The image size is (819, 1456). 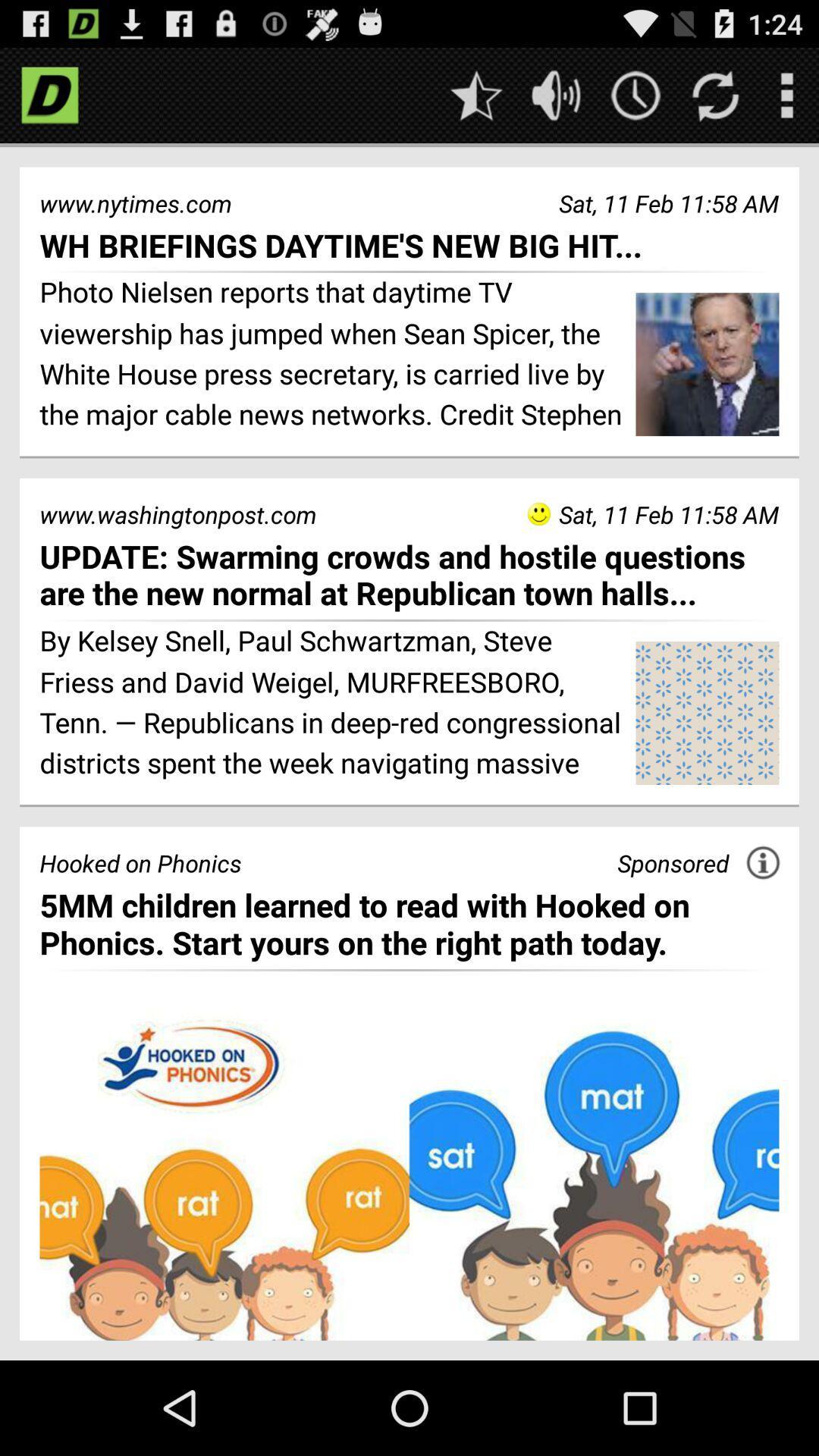 What do you see at coordinates (556, 94) in the screenshot?
I see `control volume` at bounding box center [556, 94].